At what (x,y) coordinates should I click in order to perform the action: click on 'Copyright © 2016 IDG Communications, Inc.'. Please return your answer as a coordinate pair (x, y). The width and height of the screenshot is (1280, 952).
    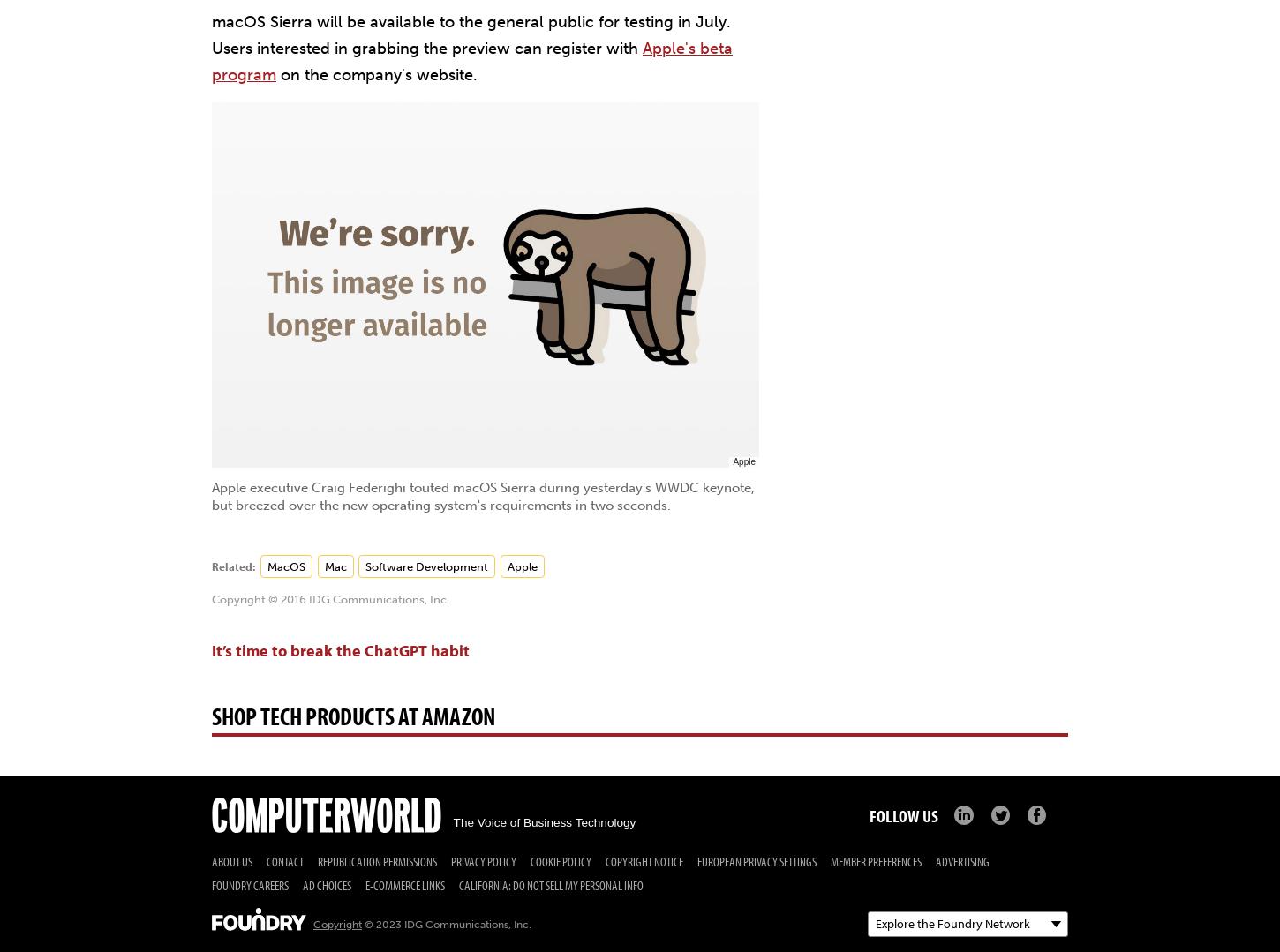
    Looking at the image, I should click on (329, 599).